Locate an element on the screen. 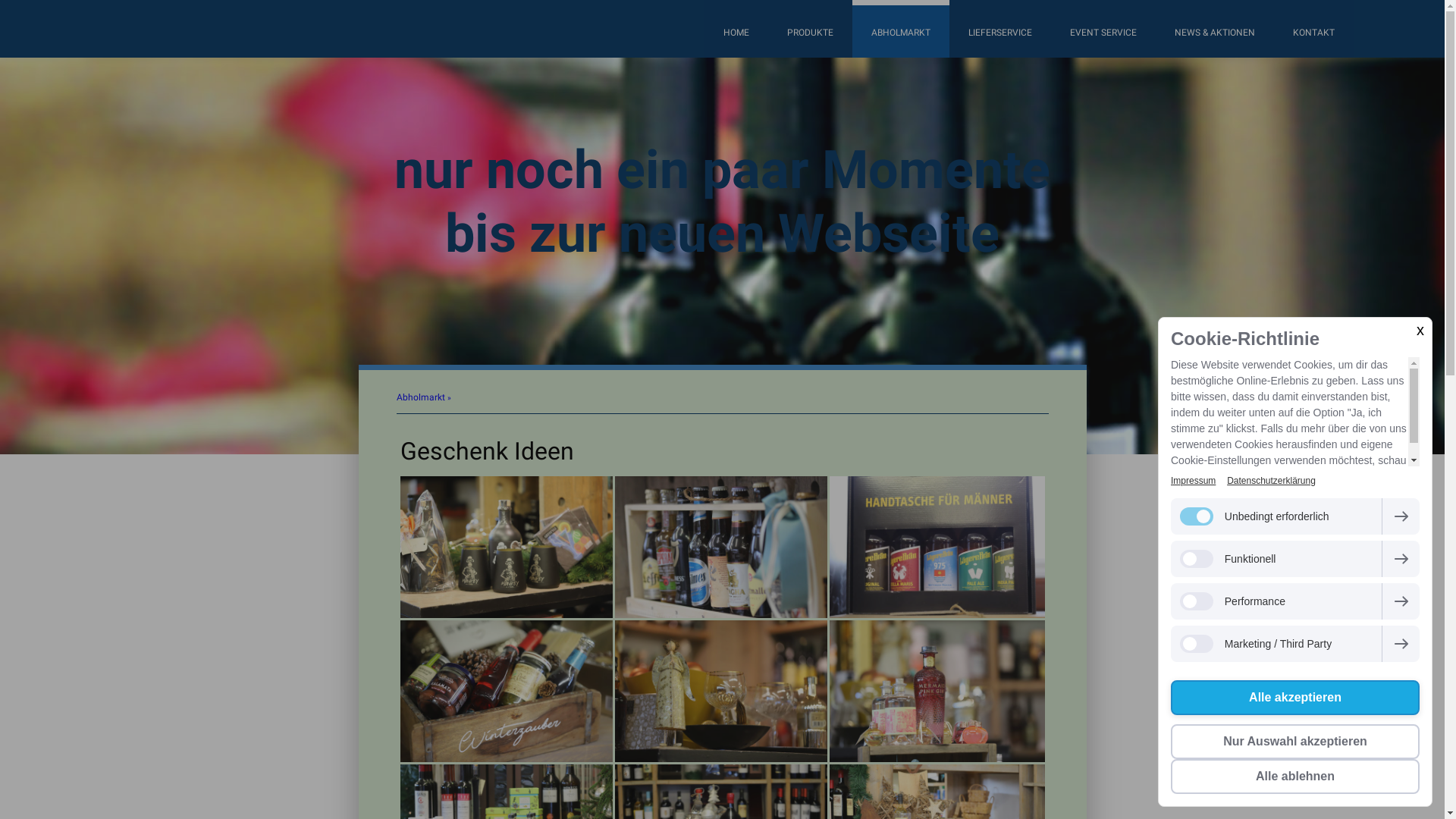  'ABHOLMARKT' is located at coordinates (901, 29).